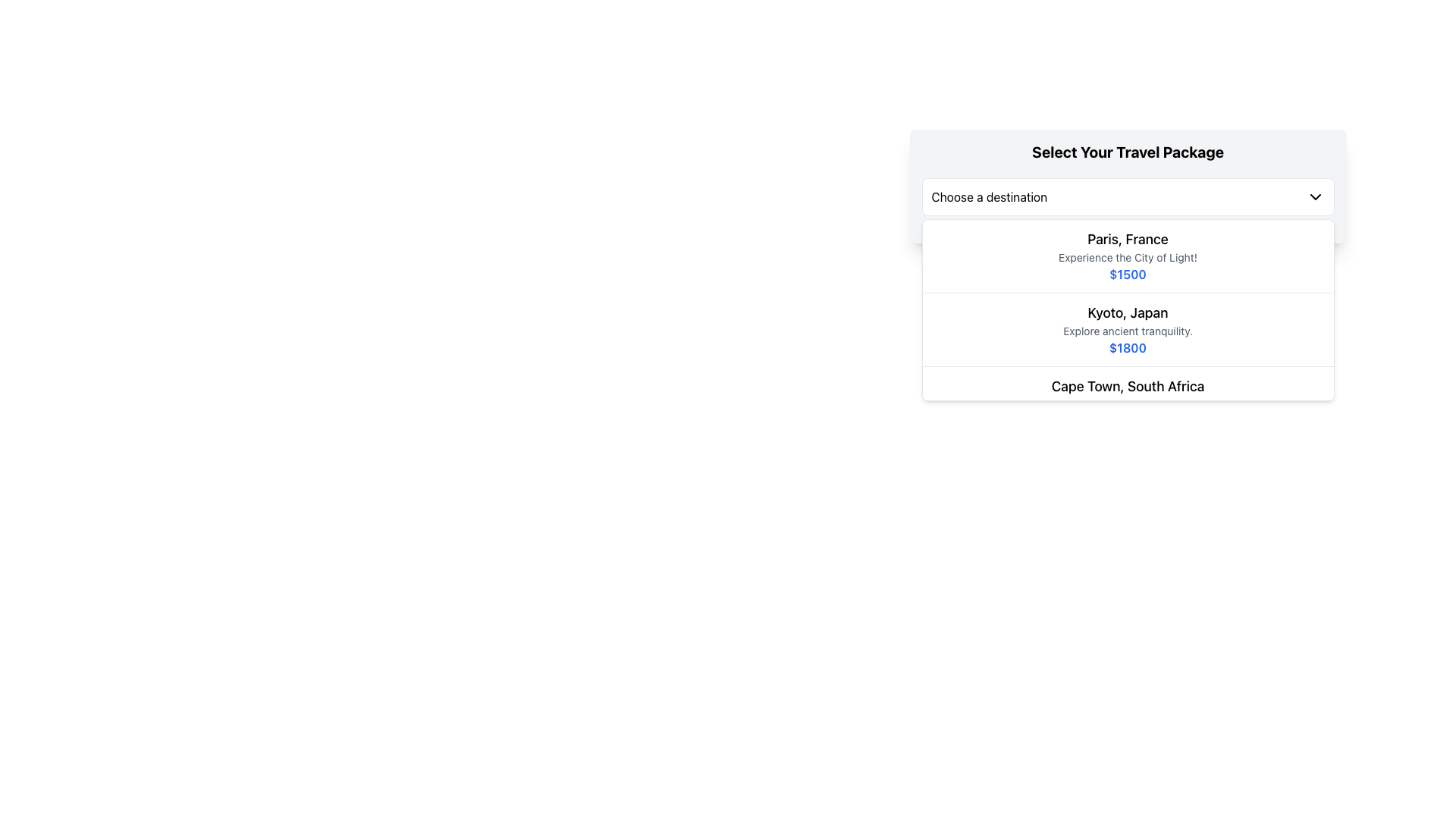 The width and height of the screenshot is (1456, 819). I want to click on to select the dropdown menu option labeled 'Kyoto, Japan', which is the second item in the dropdown list under 'Choose a destination', so click(1128, 309).